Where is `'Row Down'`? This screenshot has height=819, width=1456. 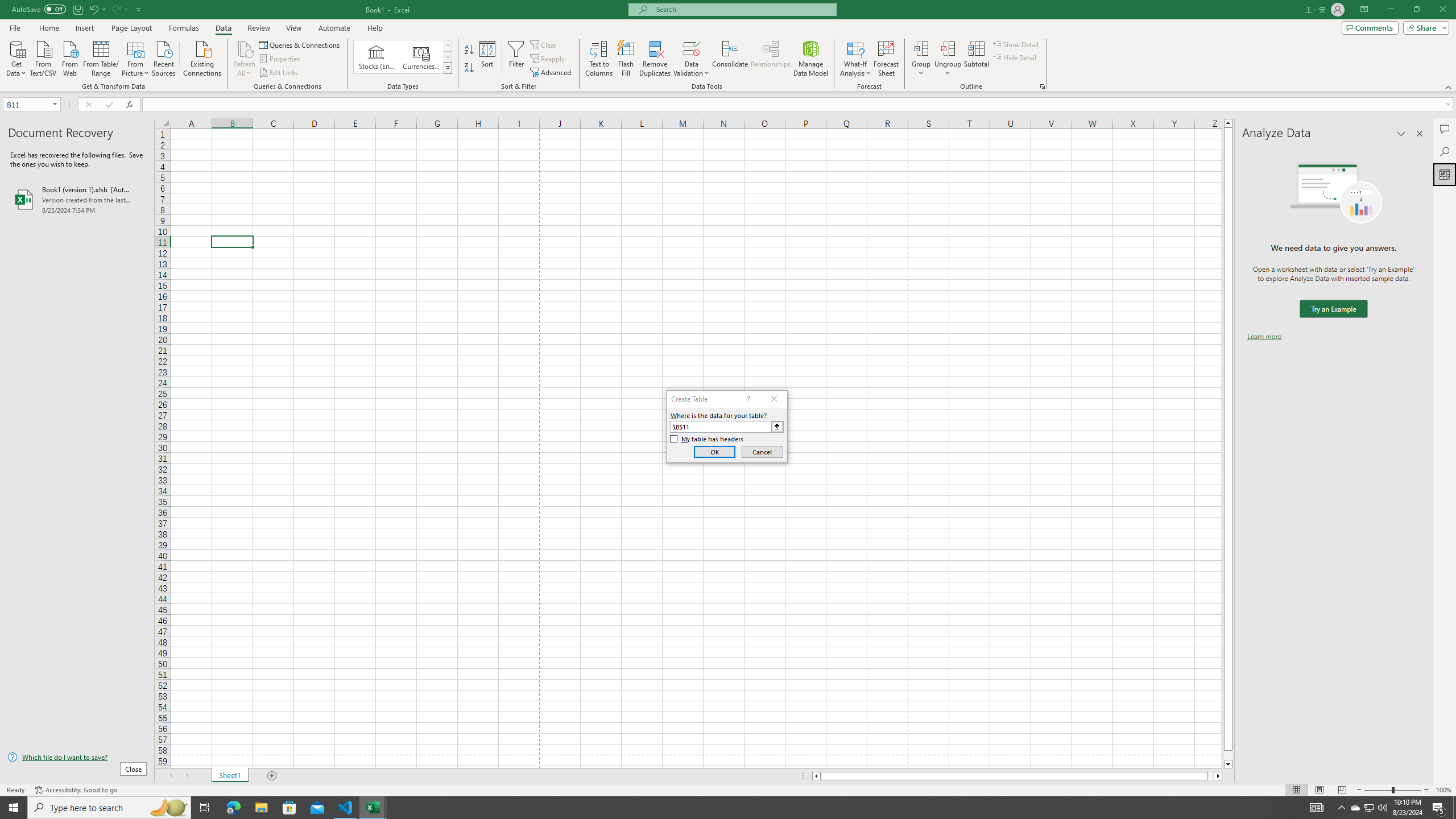
'Row Down' is located at coordinates (448, 56).